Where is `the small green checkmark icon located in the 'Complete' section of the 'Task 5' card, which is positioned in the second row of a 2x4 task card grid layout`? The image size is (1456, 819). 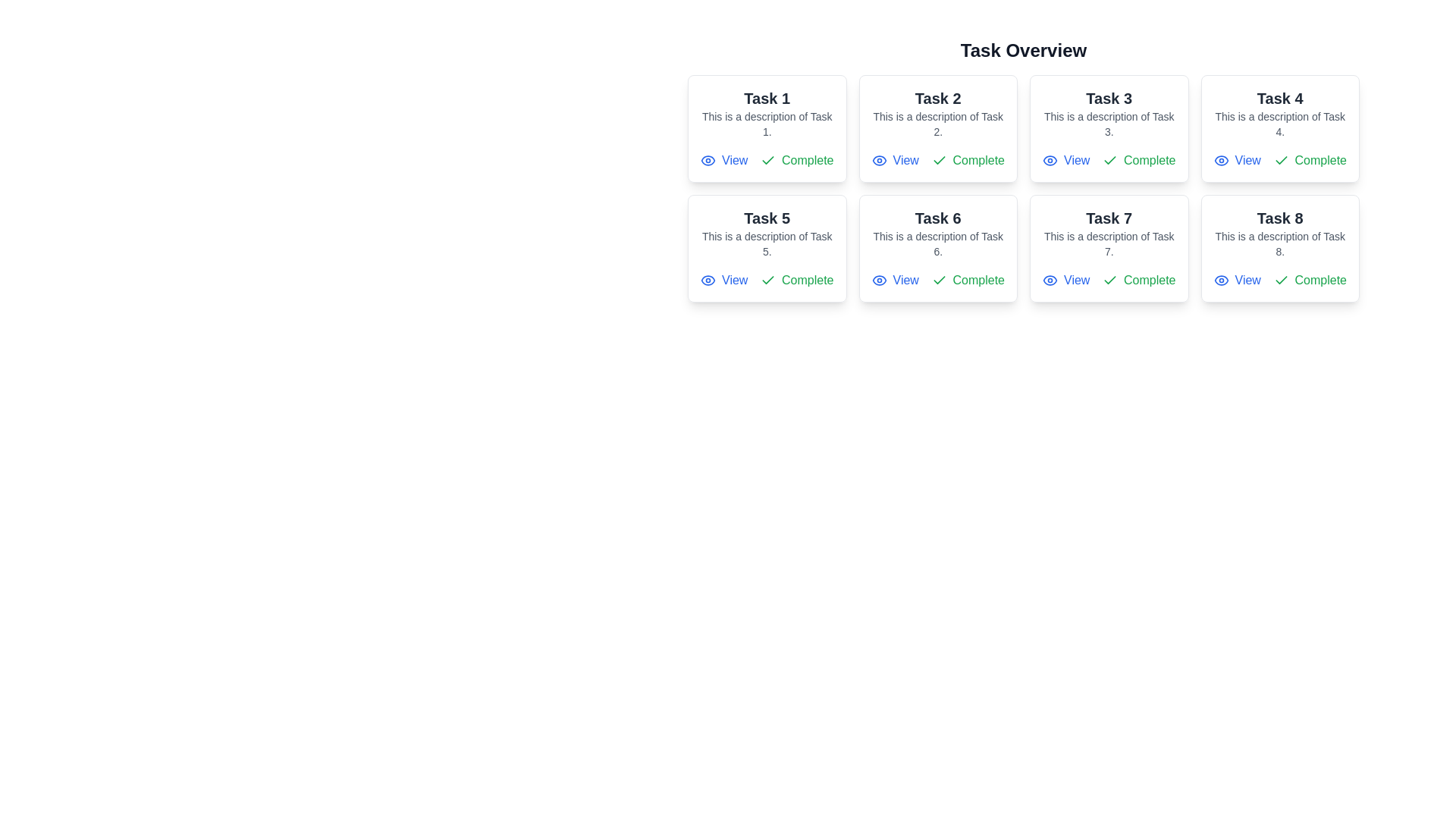 the small green checkmark icon located in the 'Complete' section of the 'Task 5' card, which is positioned in the second row of a 2x4 task card grid layout is located at coordinates (767, 280).